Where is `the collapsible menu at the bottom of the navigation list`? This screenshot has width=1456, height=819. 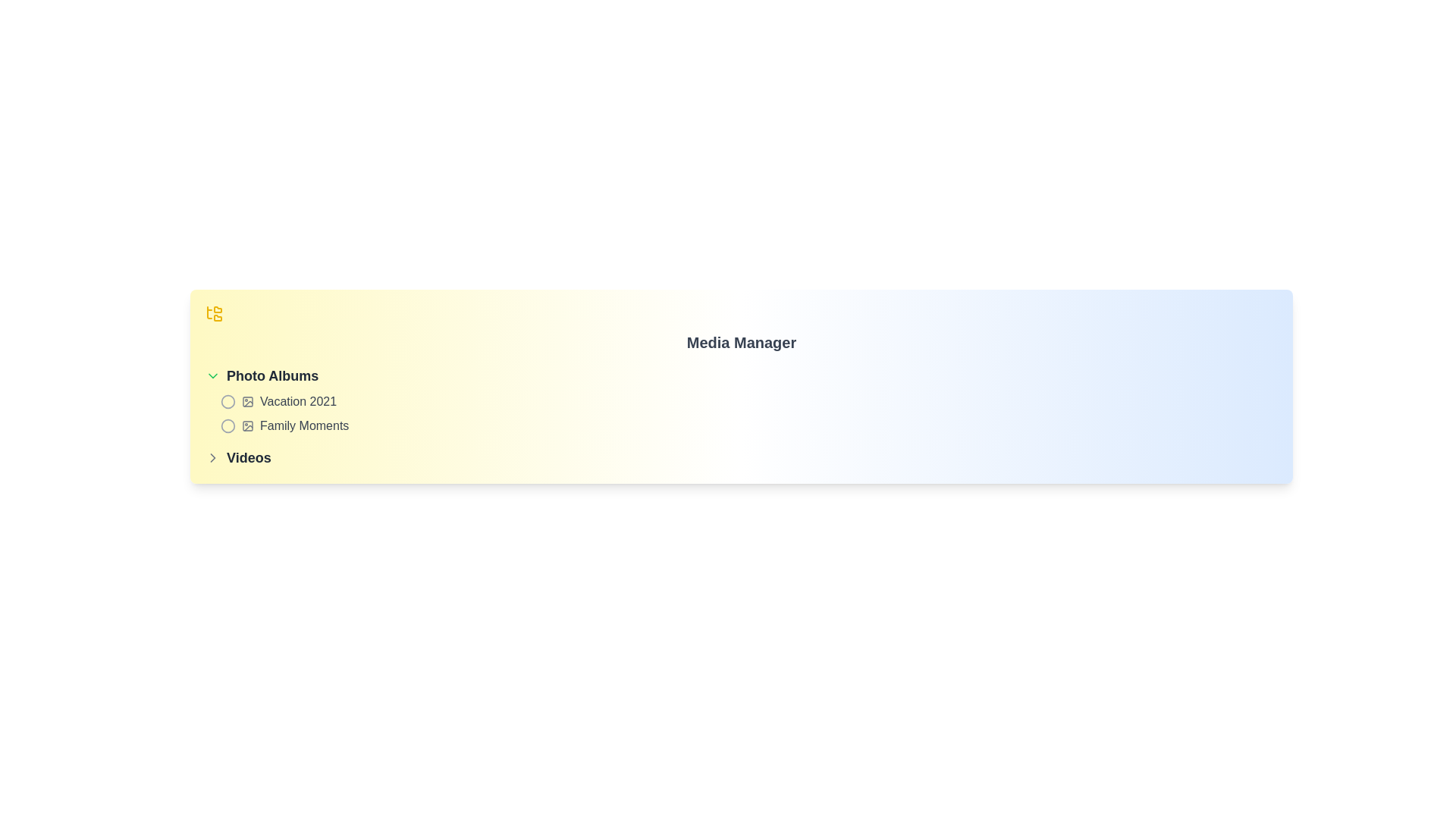 the collapsible menu at the bottom of the navigation list is located at coordinates (742, 457).